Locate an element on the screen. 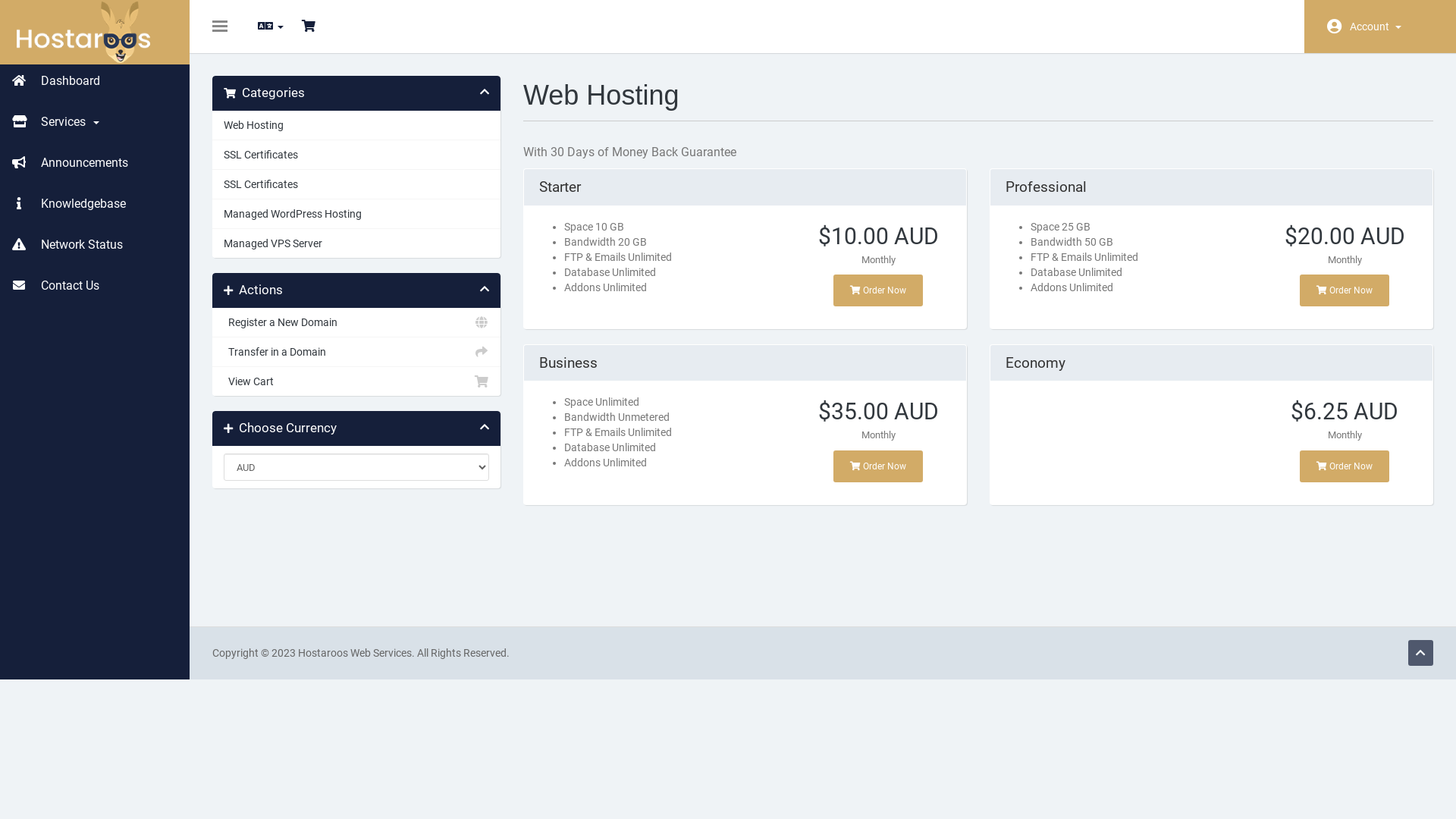 The image size is (1456, 819). 'Network Status' is located at coordinates (93, 244).